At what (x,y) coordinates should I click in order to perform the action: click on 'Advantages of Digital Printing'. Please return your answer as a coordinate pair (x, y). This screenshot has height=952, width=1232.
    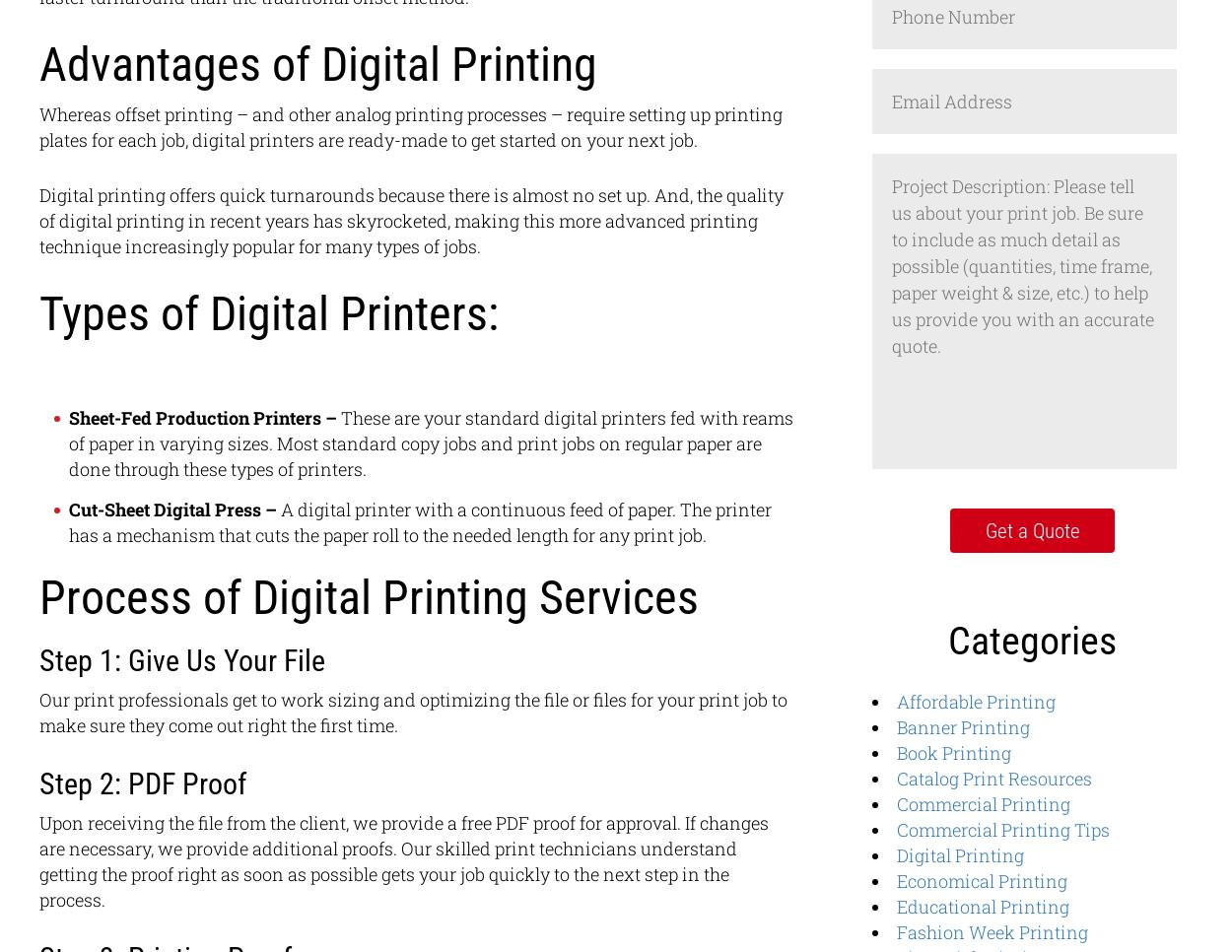
    Looking at the image, I should click on (317, 63).